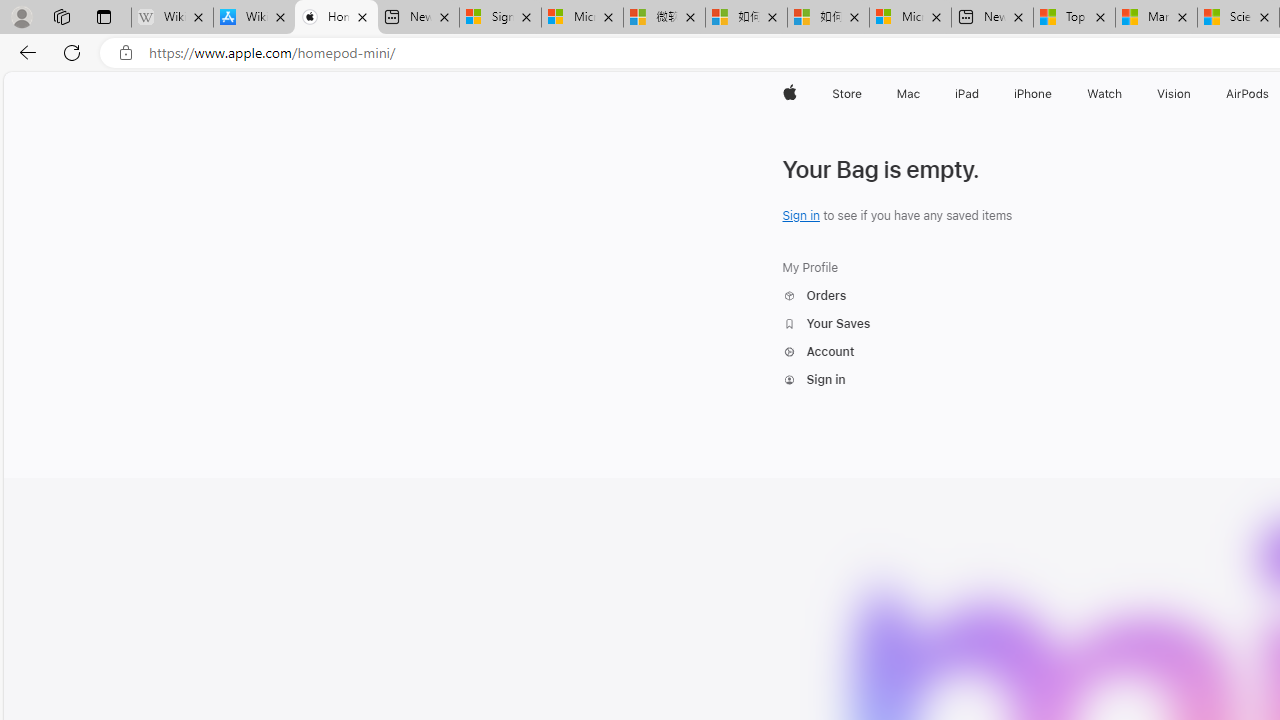 The image size is (1280, 720). What do you see at coordinates (1195, 93) in the screenshot?
I see `'Vision menu'` at bounding box center [1195, 93].